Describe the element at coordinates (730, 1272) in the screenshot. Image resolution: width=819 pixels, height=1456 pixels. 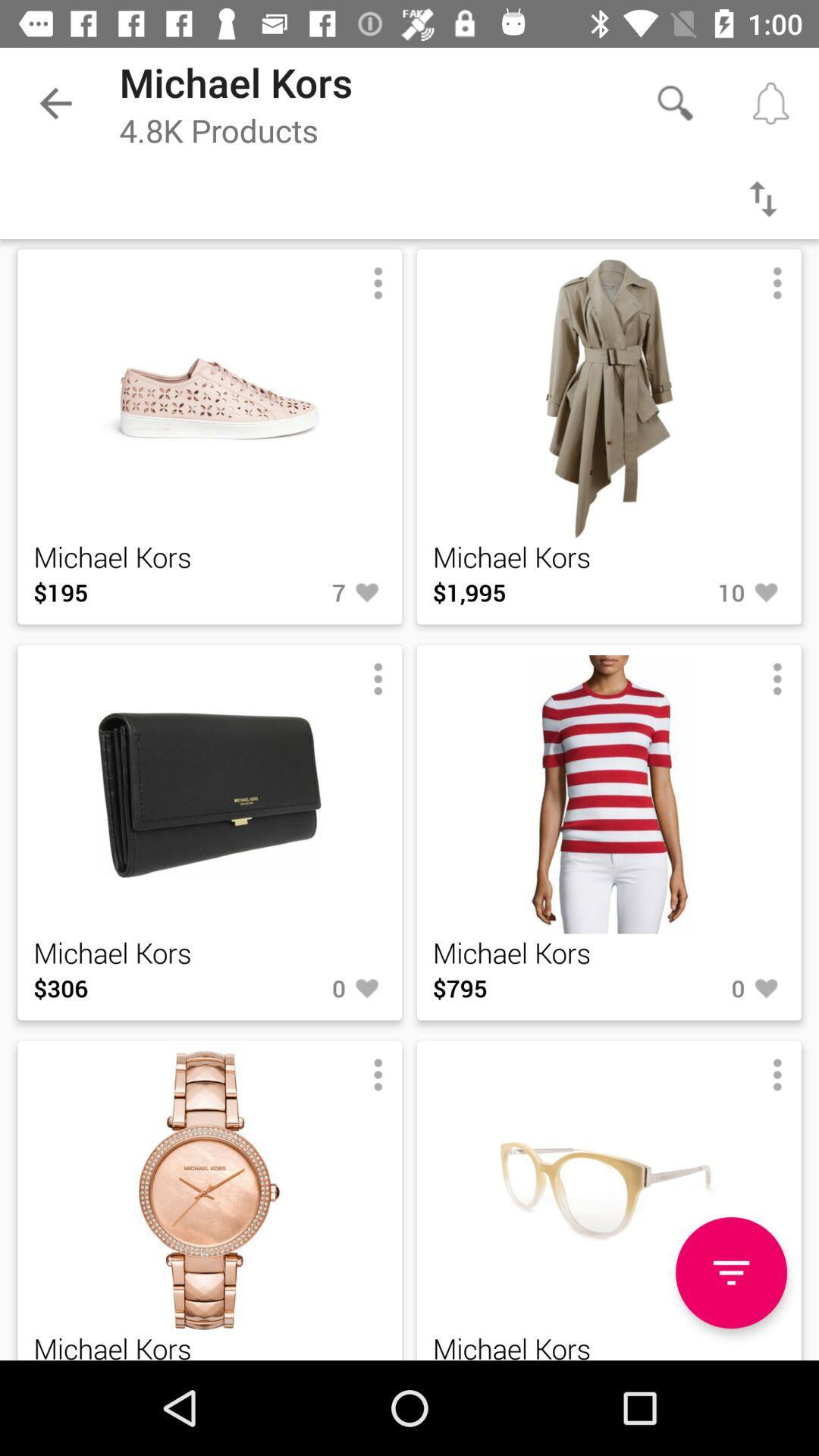
I see `item above the michael kors` at that location.